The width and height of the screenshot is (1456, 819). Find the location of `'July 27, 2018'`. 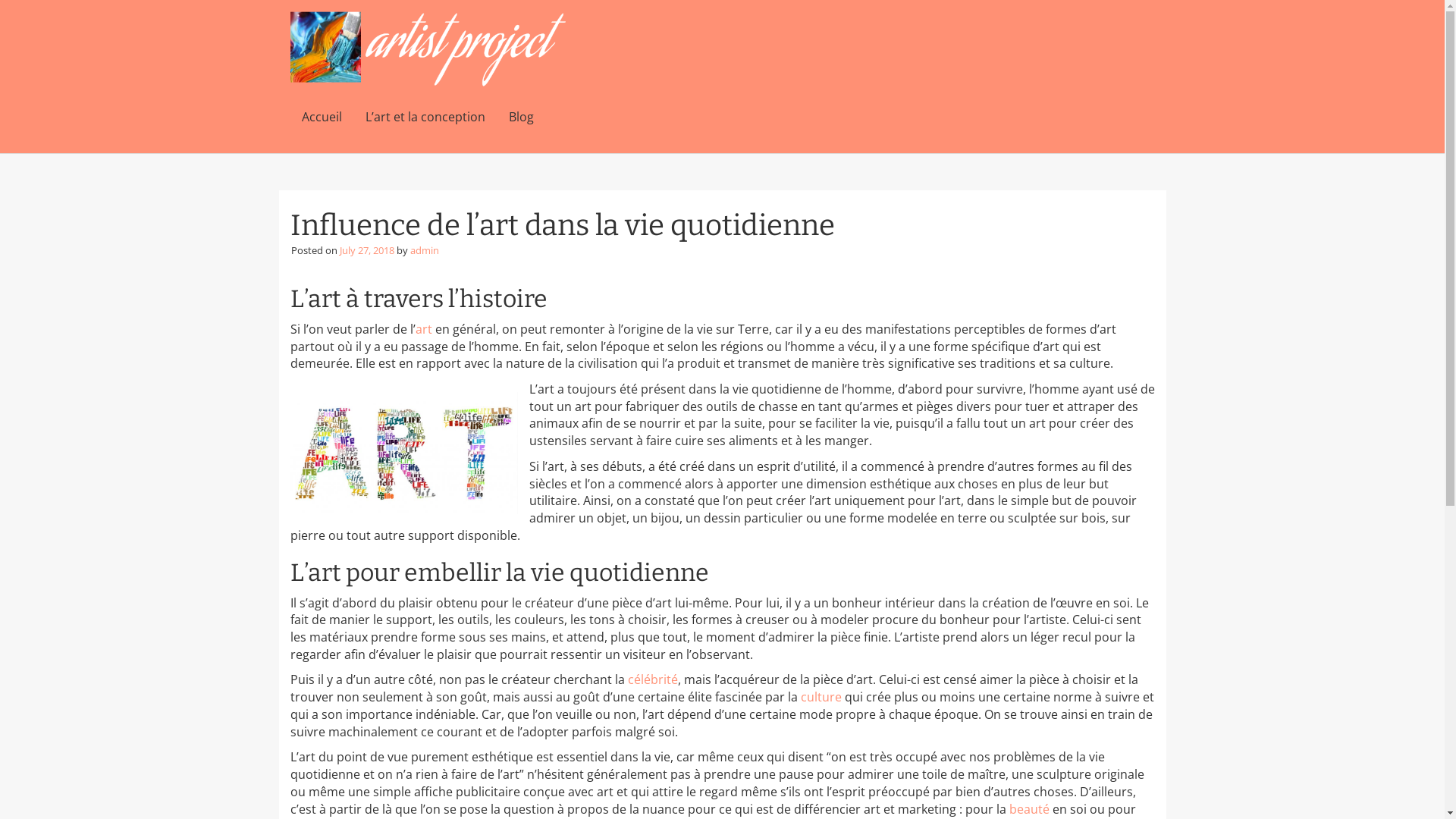

'July 27, 2018' is located at coordinates (338, 249).